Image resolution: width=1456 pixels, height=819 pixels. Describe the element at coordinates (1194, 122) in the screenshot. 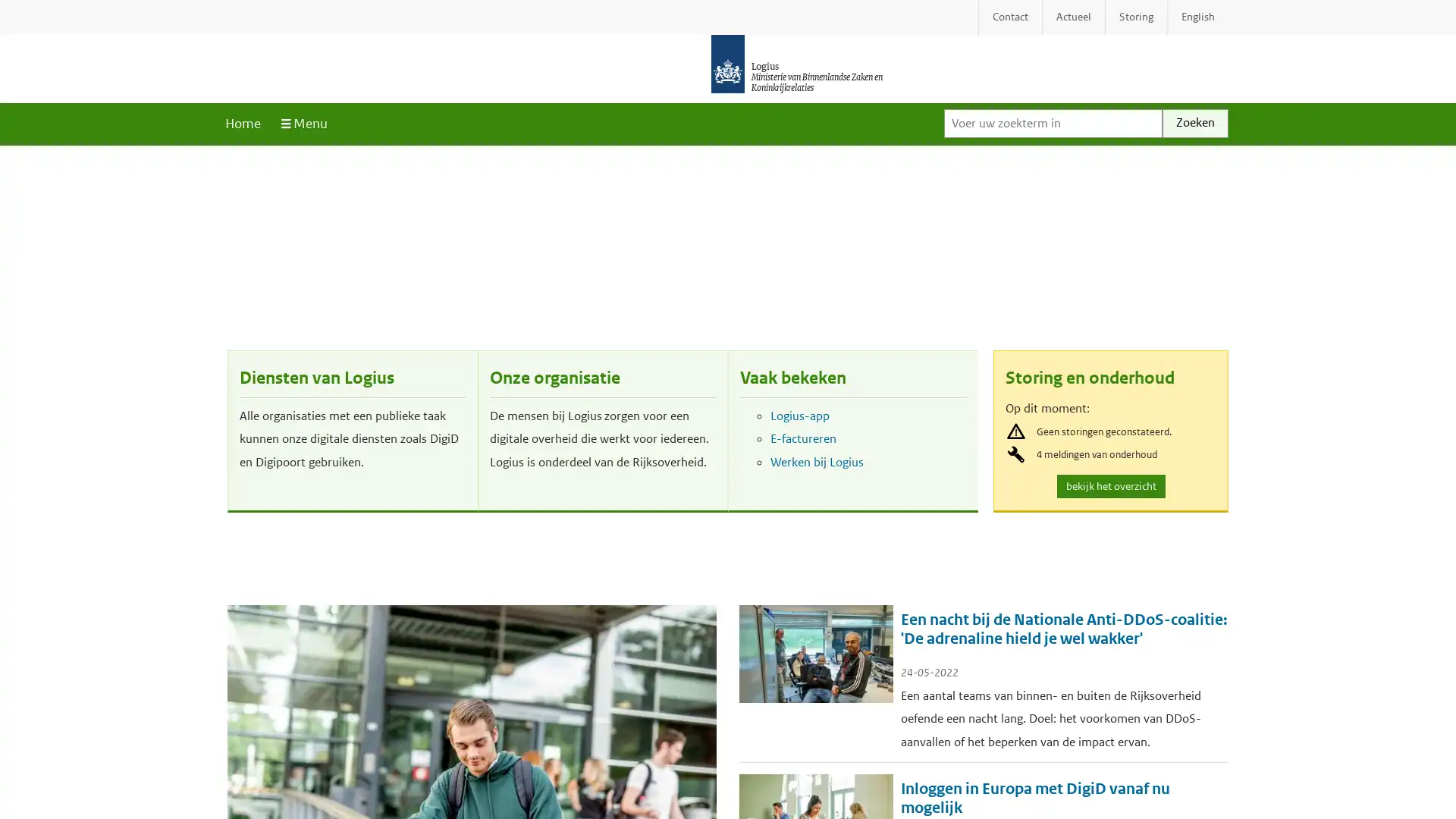

I see `Zoeken` at that location.